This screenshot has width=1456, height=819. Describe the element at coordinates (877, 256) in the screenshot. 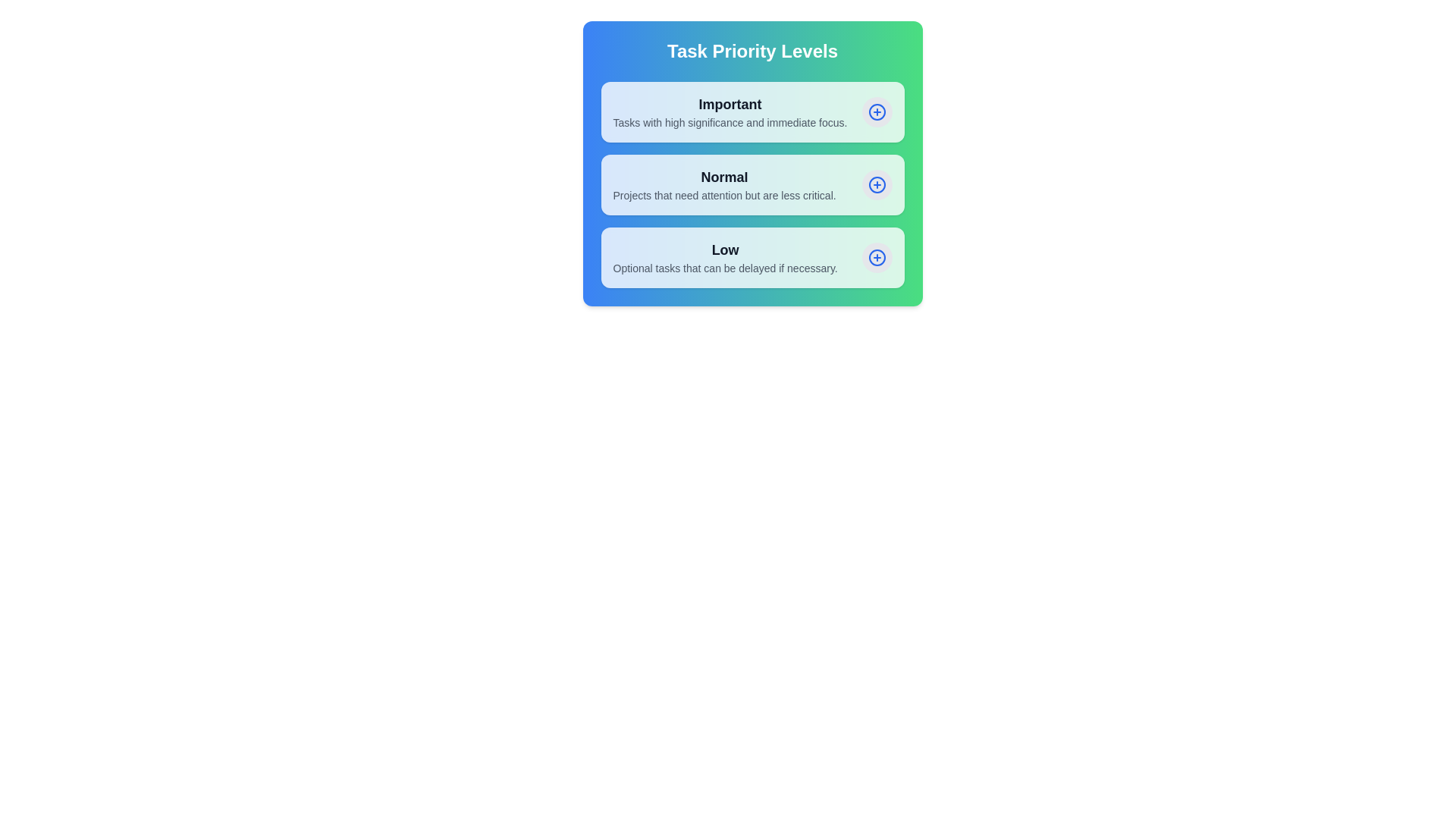

I see `the icon located in the 'Low' priority section of the 'Task Priority Levels'` at that location.